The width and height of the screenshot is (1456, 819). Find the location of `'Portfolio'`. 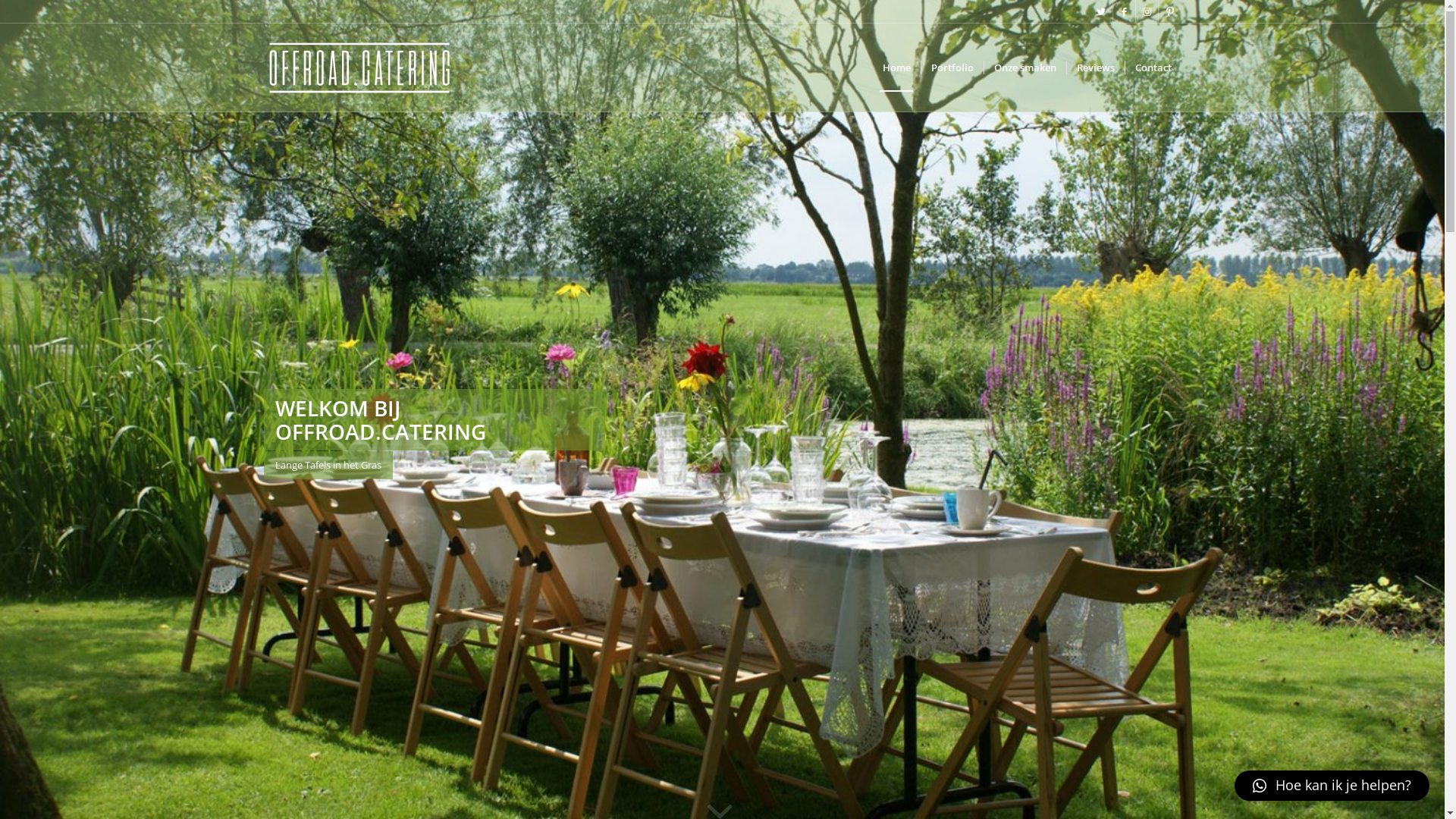

'Portfolio' is located at coordinates (951, 66).